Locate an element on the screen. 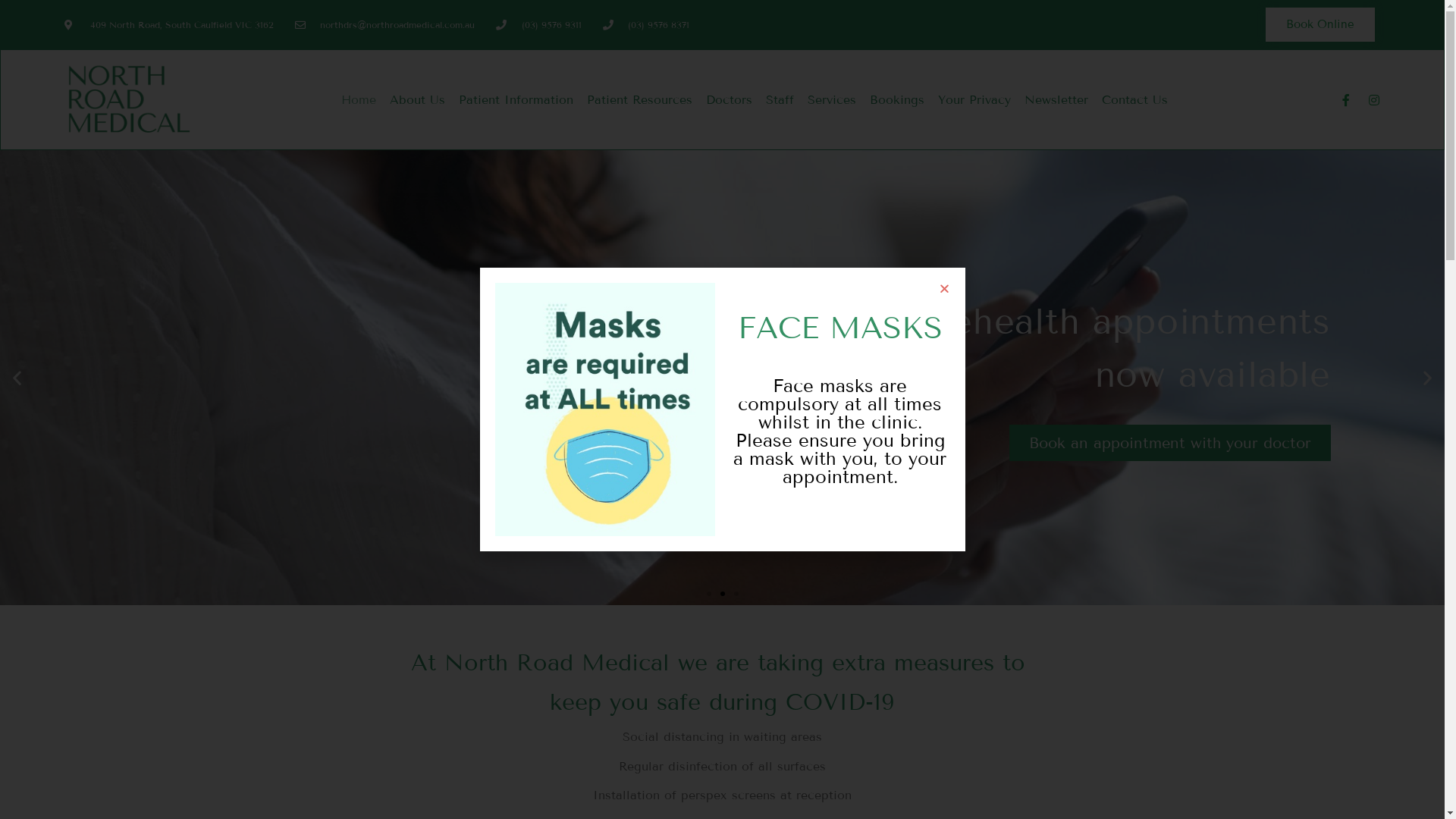  'Patient Resources' is located at coordinates (639, 99).